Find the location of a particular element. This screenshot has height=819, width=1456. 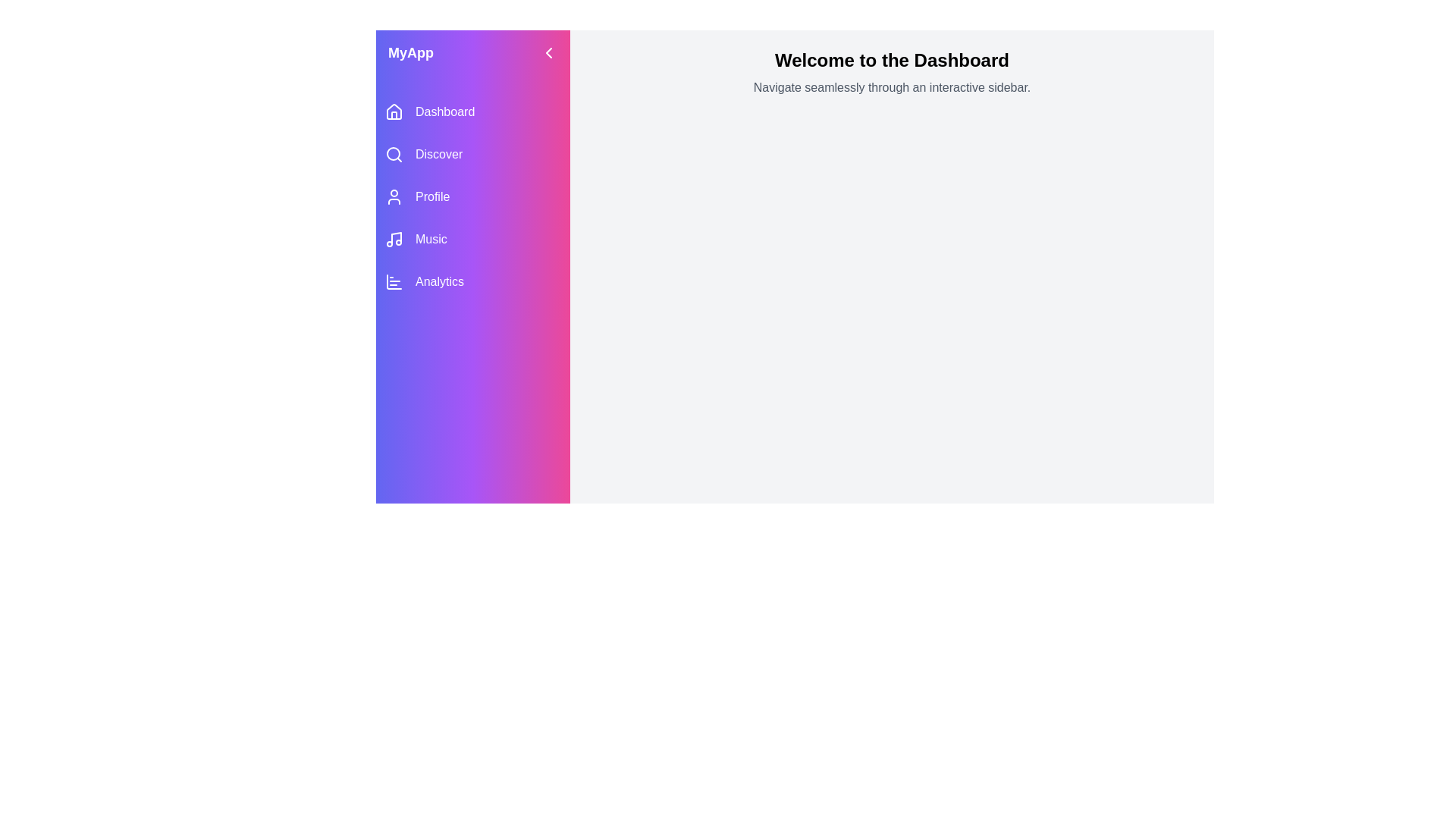

the gradient background to focus on it is located at coordinates (472, 439).